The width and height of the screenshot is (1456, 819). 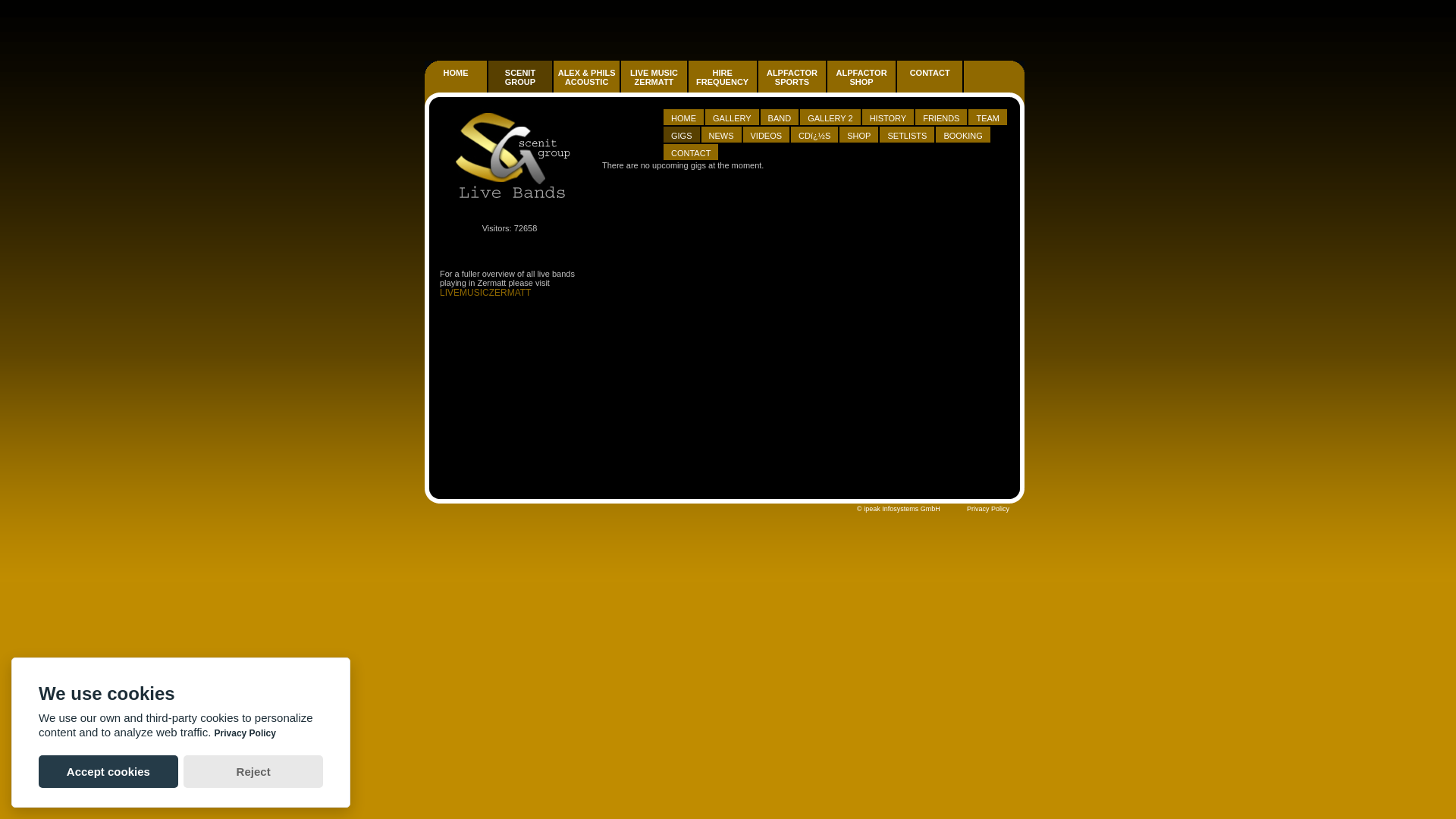 I want to click on 'SHOP', so click(x=858, y=133).